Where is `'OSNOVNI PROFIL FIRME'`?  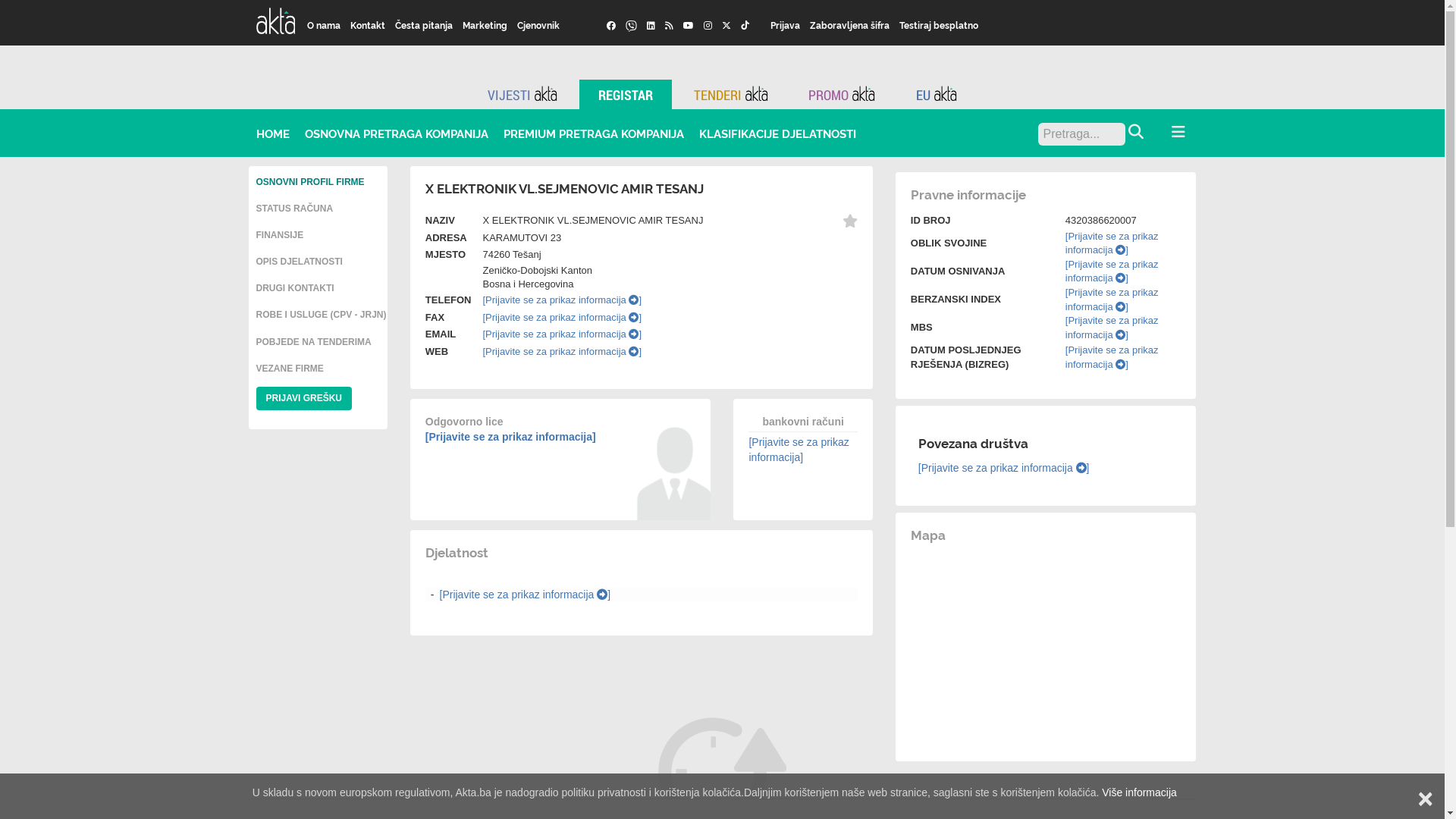
'OSNOVNI PROFIL FIRME' is located at coordinates (256, 180).